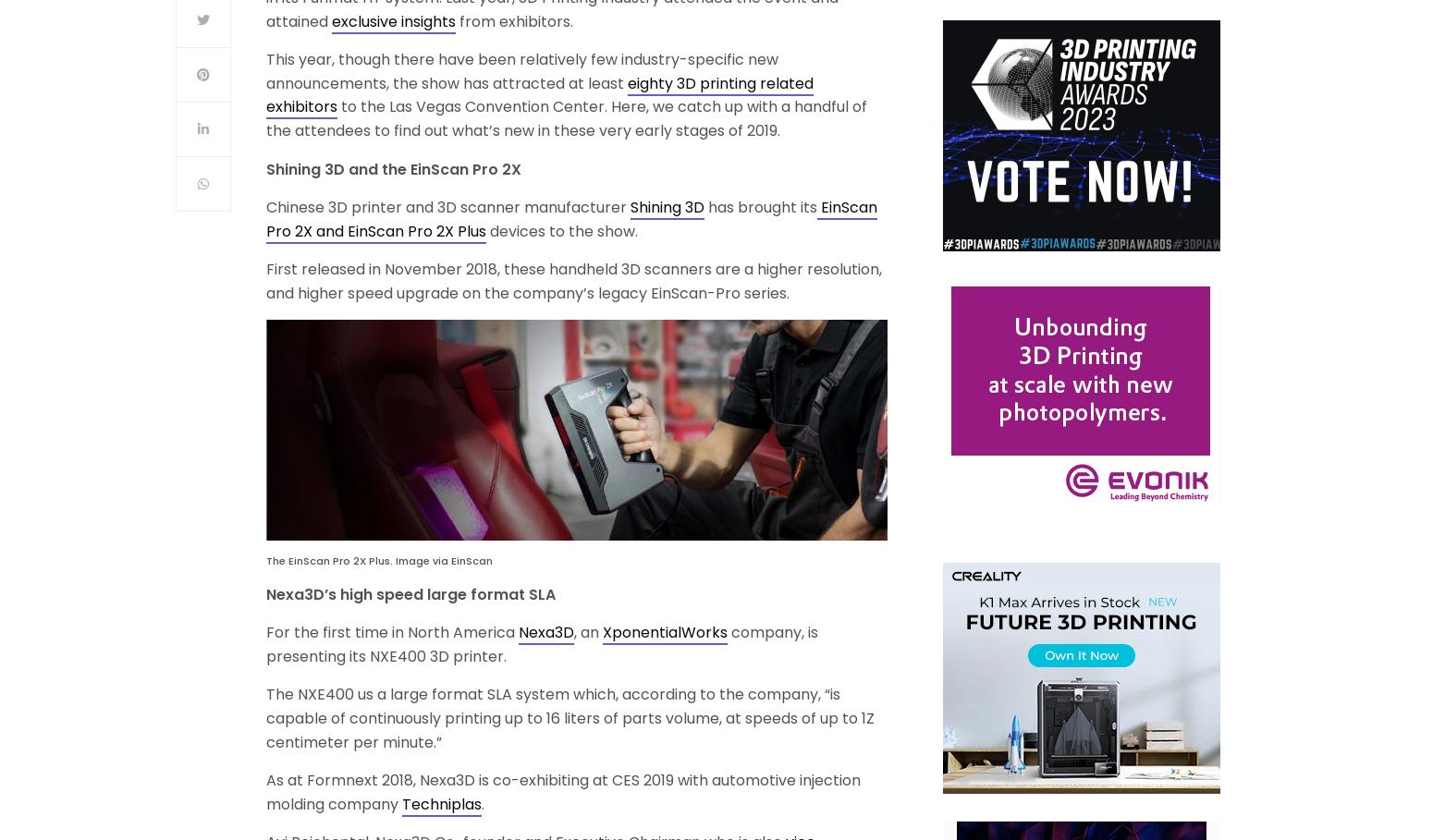 The height and width of the screenshot is (840, 1433). Describe the element at coordinates (521, 69) in the screenshot. I see `'This year, though there have been relatively few industry-specific new announcements, the show has attracted at least'` at that location.